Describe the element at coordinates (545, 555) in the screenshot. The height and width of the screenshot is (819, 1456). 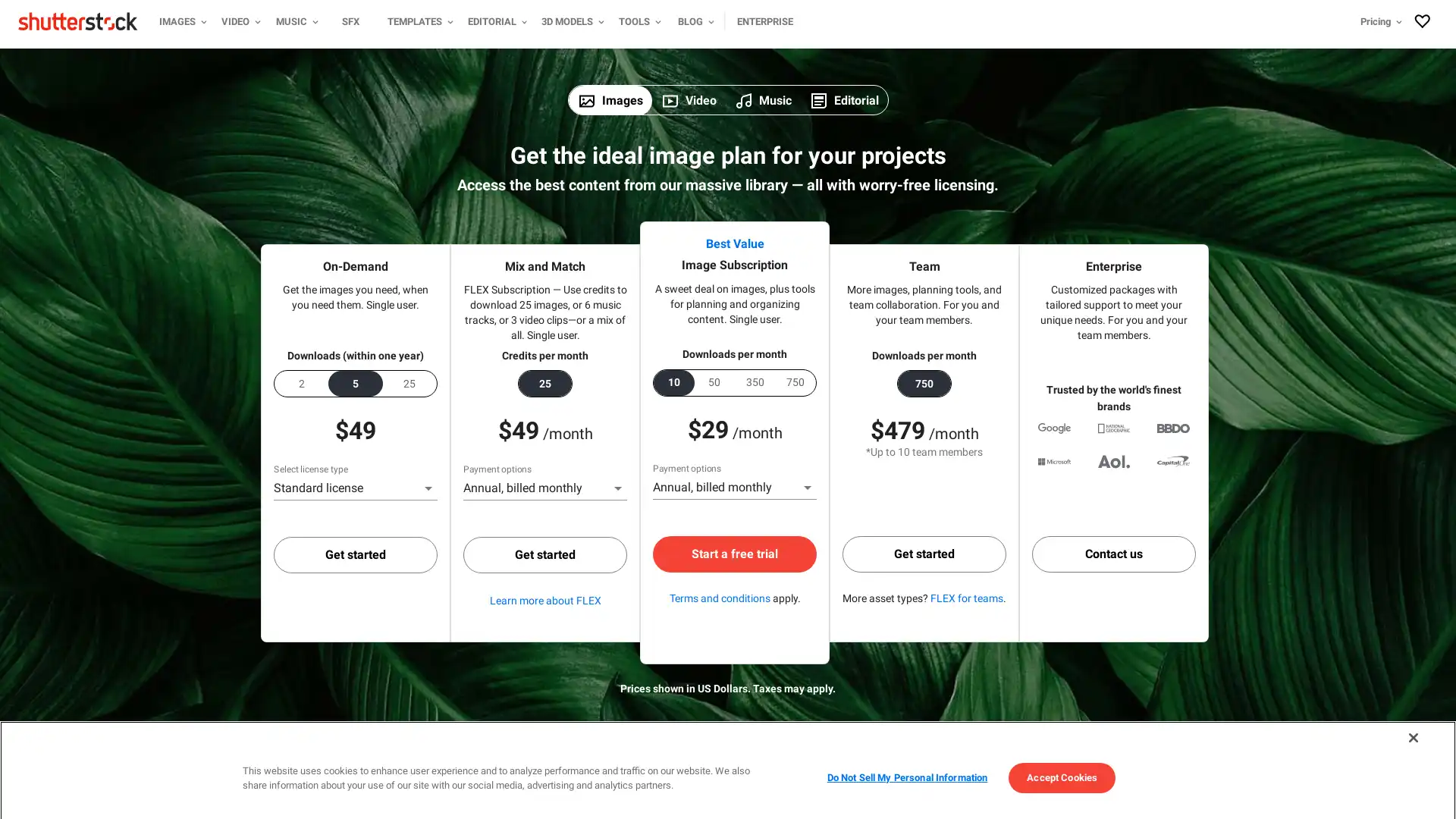
I see `Get started` at that location.